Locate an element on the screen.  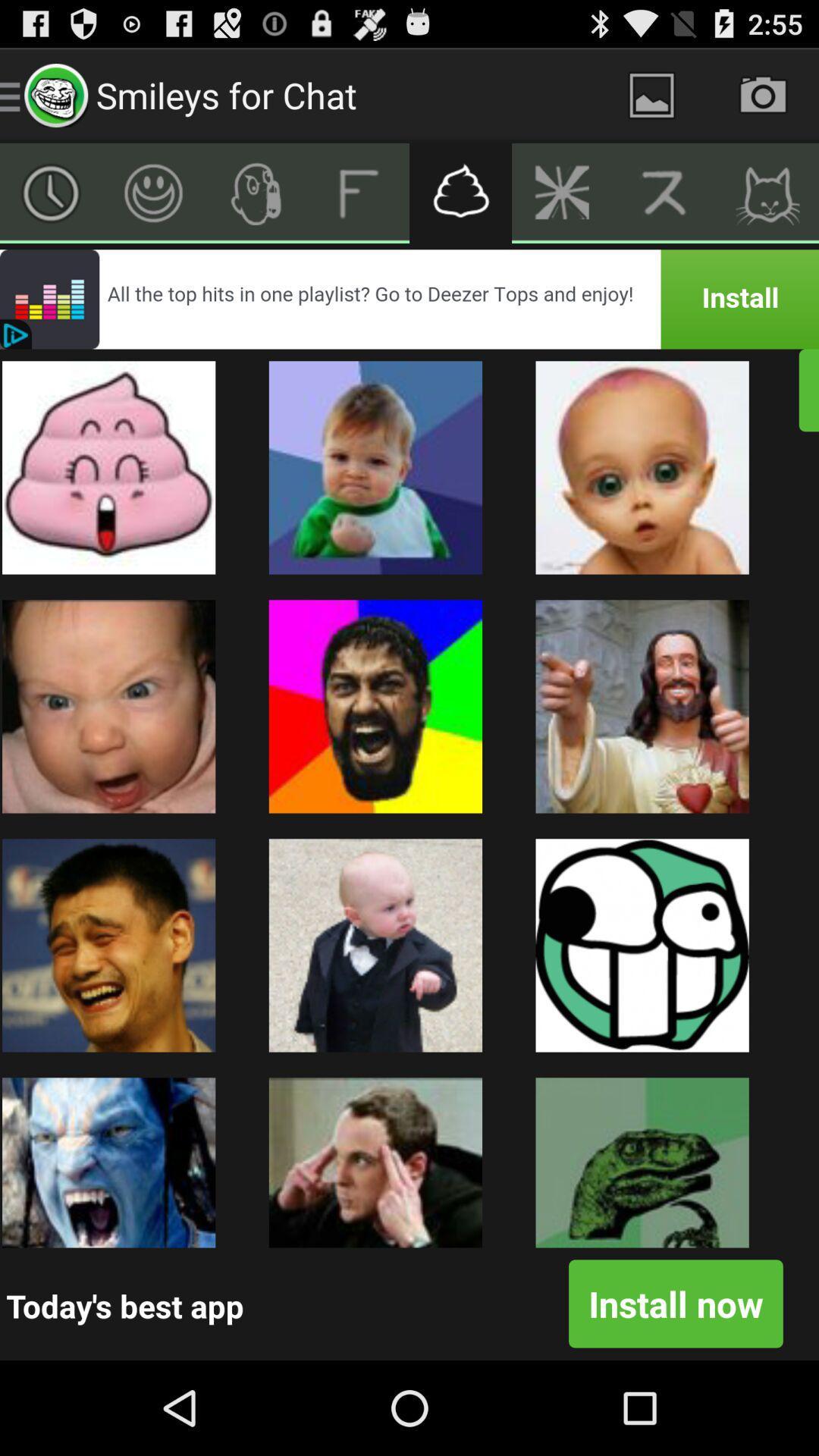
switch autoplay option is located at coordinates (460, 192).